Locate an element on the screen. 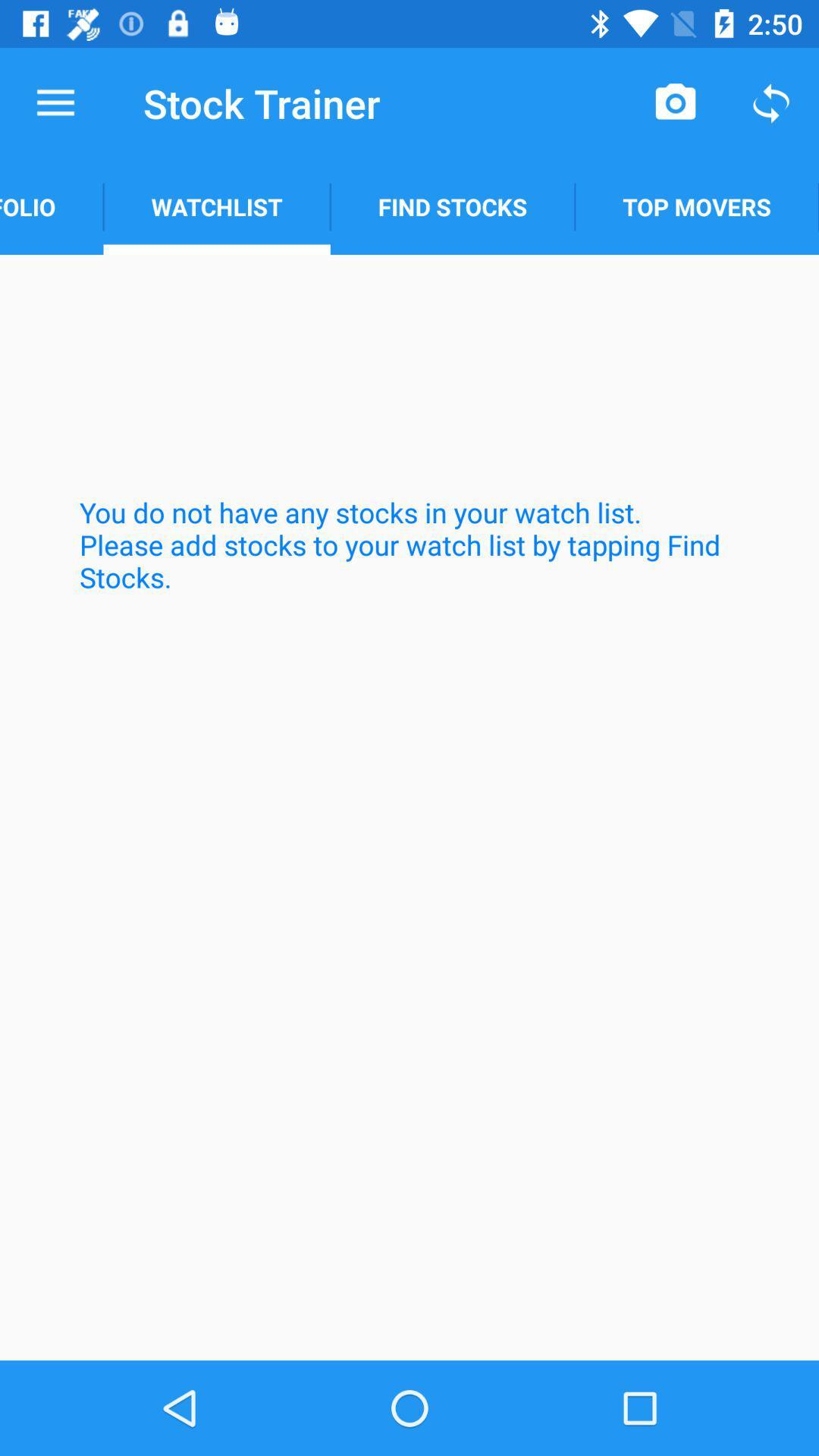  item to the left of stock trainer is located at coordinates (55, 102).